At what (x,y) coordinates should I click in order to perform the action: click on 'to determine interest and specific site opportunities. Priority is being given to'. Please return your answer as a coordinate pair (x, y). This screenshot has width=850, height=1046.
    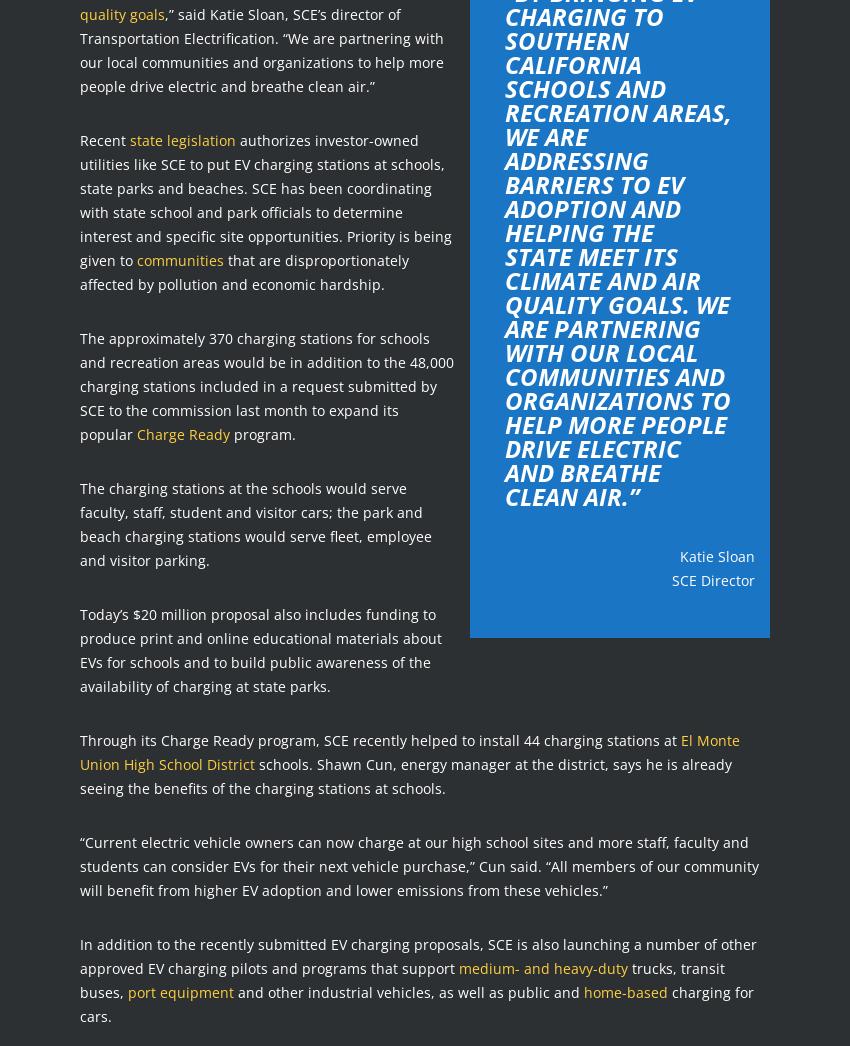
    Looking at the image, I should click on (264, 234).